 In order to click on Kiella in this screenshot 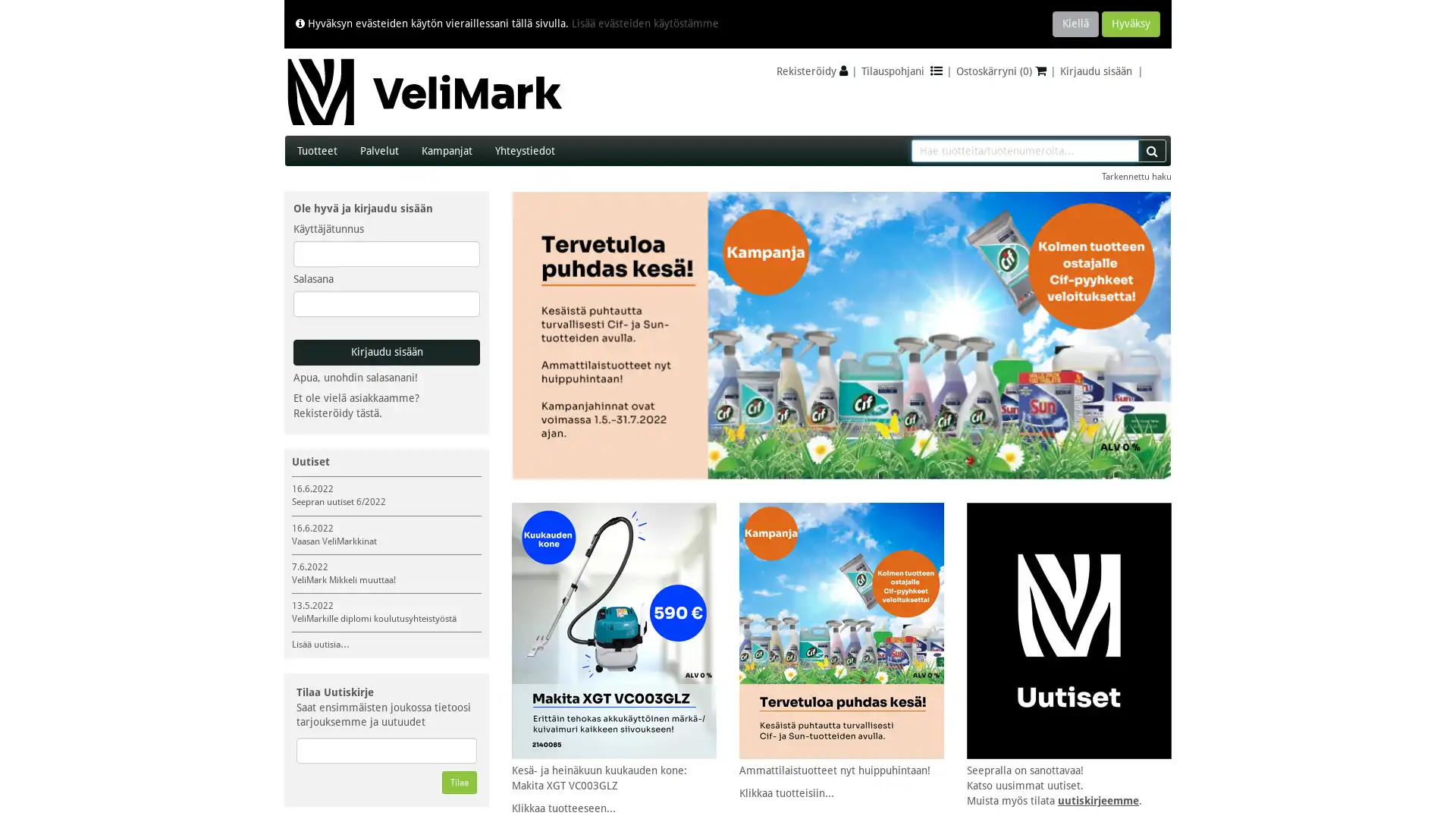, I will do `click(1075, 24)`.